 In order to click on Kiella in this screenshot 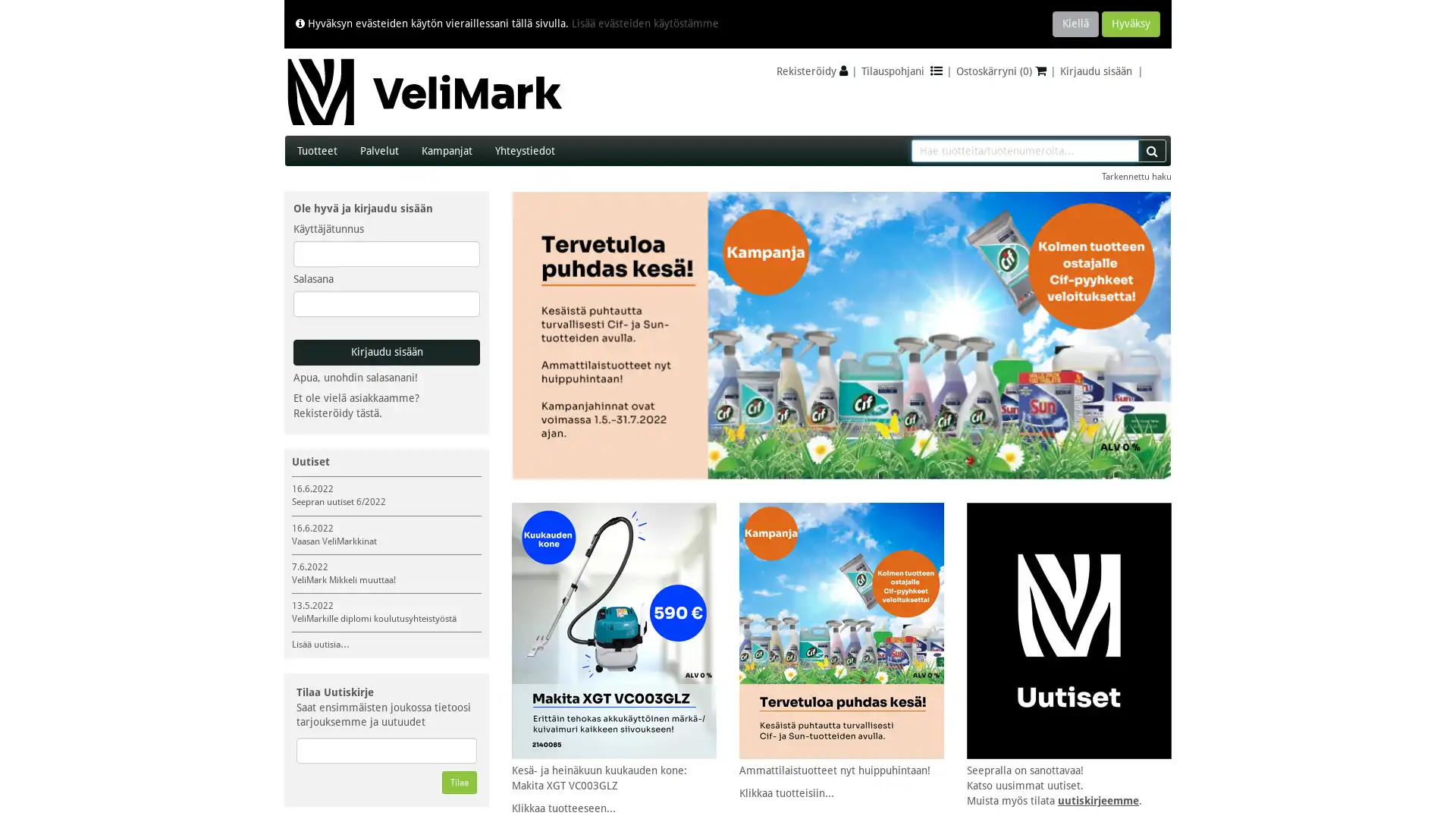, I will do `click(1075, 24)`.